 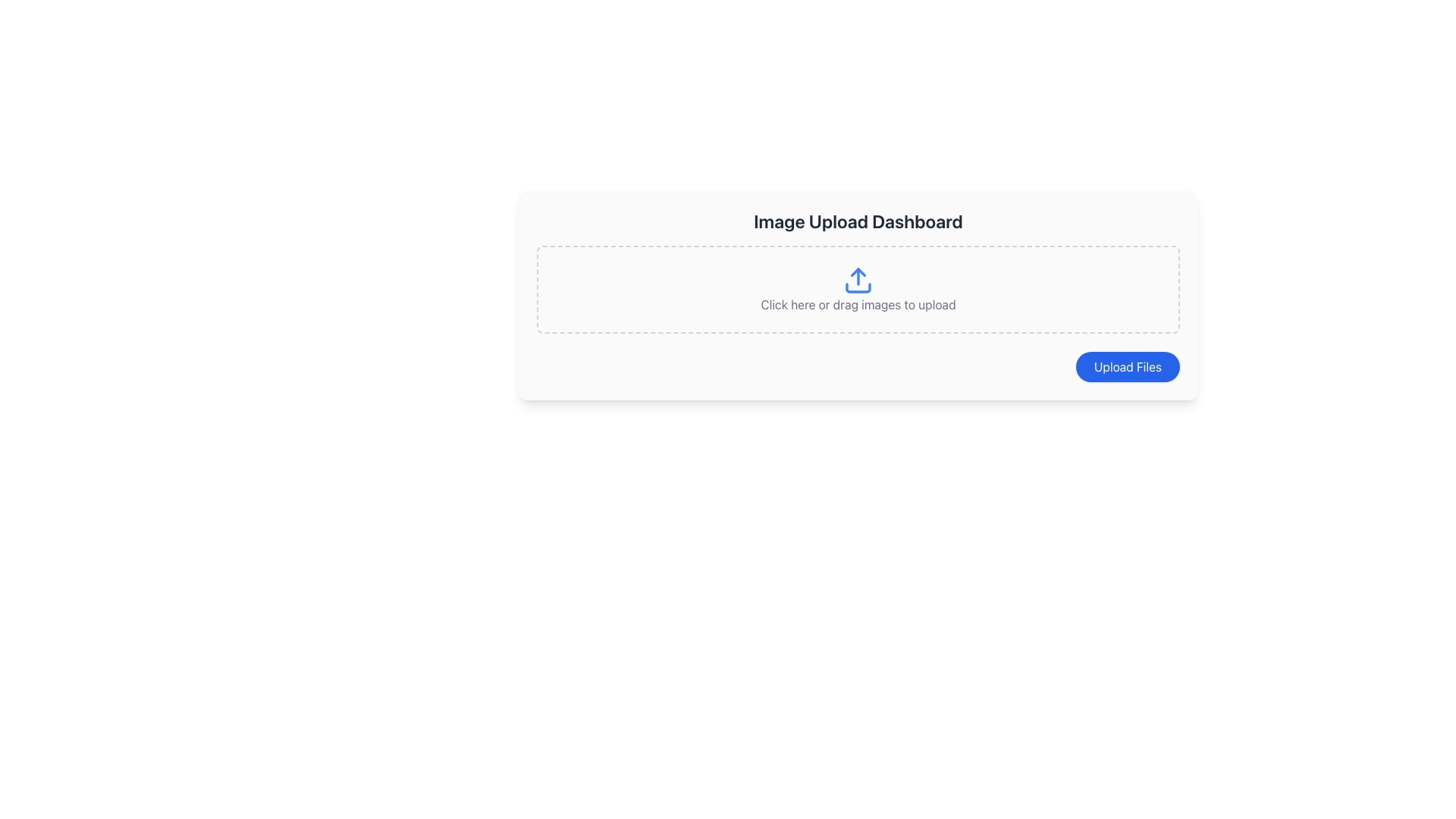 What do you see at coordinates (858, 288) in the screenshot?
I see `the base line of the stylized upload icon, which is located centrally within the dashed border area labeled 'Click here or drag images to upload'` at bounding box center [858, 288].